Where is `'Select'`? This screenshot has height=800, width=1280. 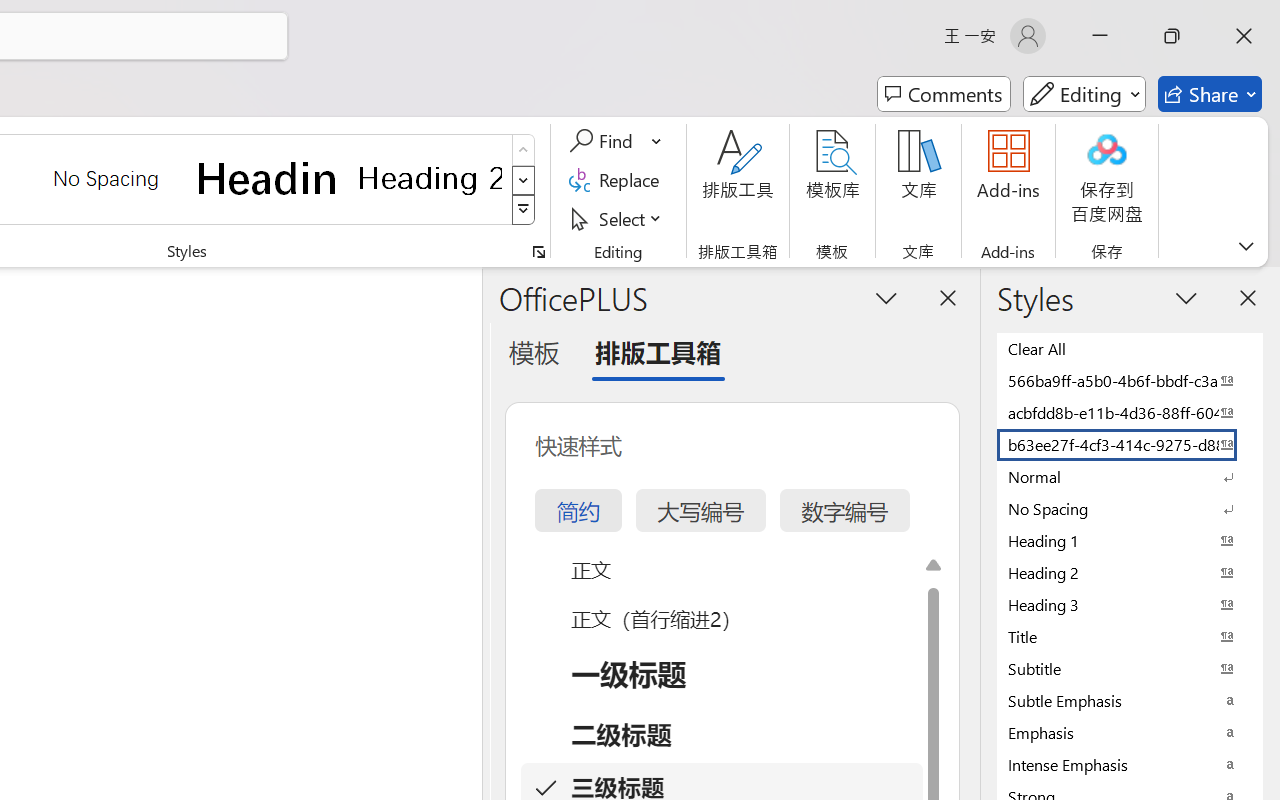 'Select' is located at coordinates (617, 218).